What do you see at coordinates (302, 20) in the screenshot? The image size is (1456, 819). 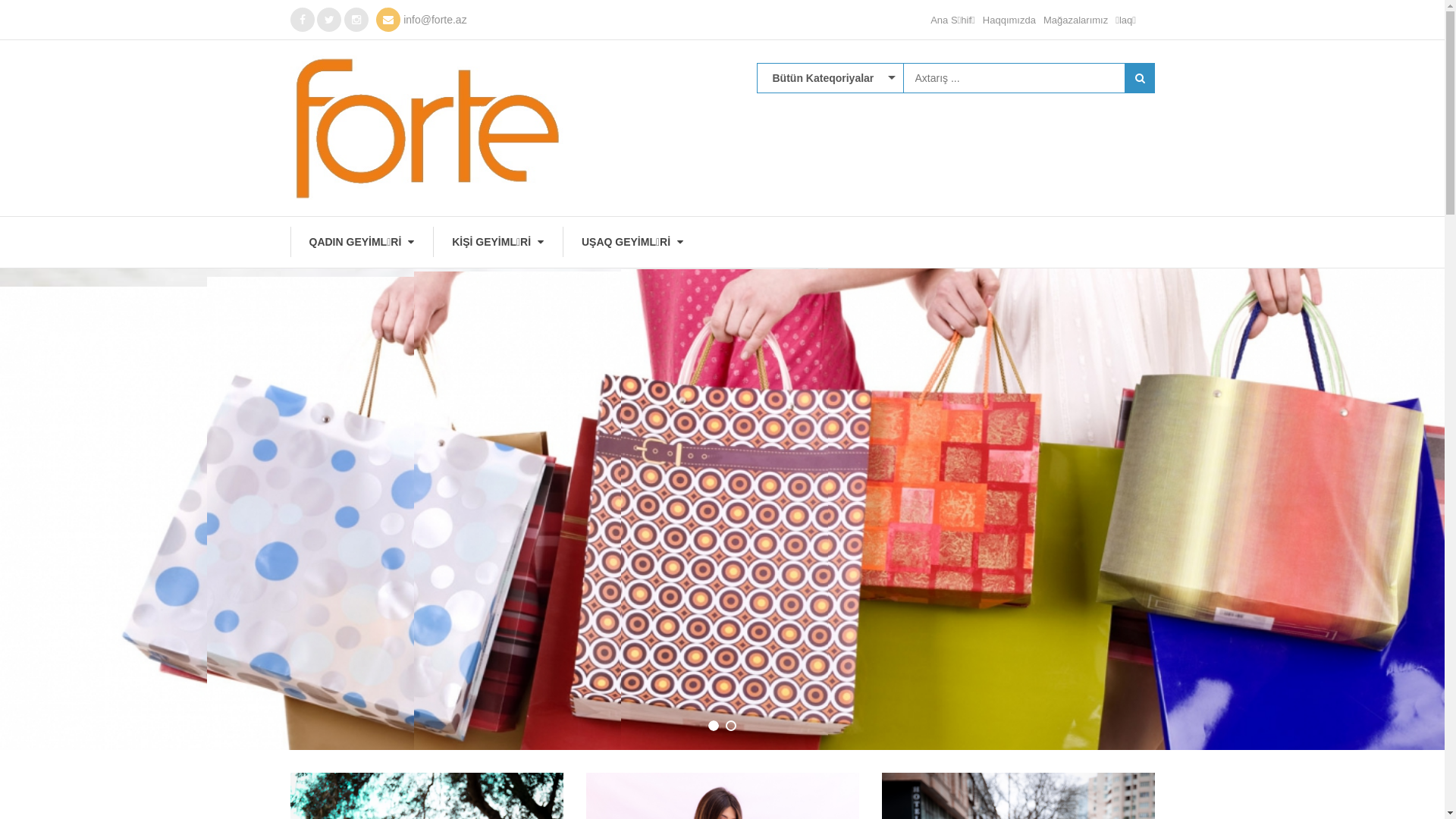 I see `'Facebook'` at bounding box center [302, 20].